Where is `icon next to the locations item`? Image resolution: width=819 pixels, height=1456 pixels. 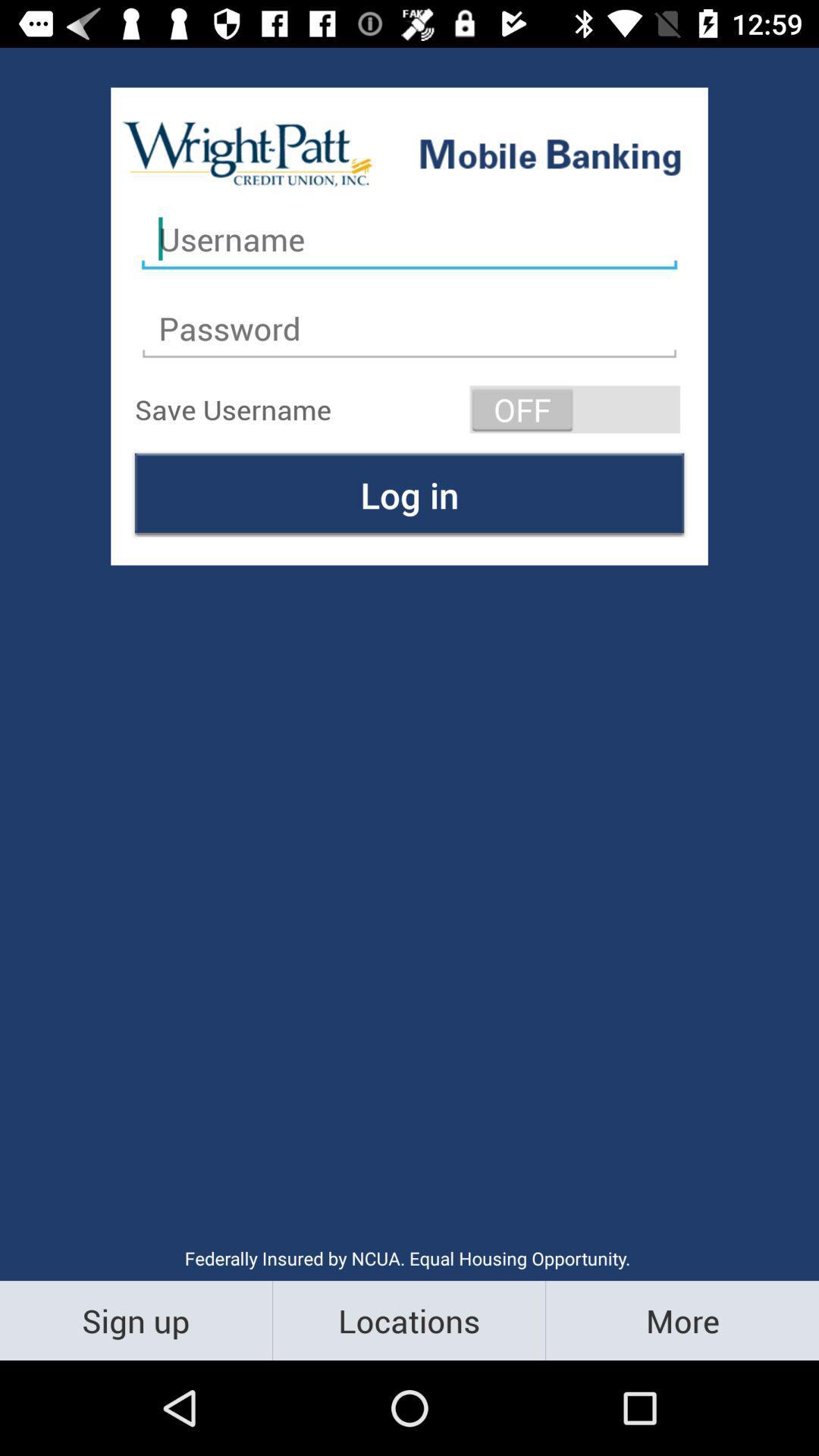
icon next to the locations item is located at coordinates (681, 1319).